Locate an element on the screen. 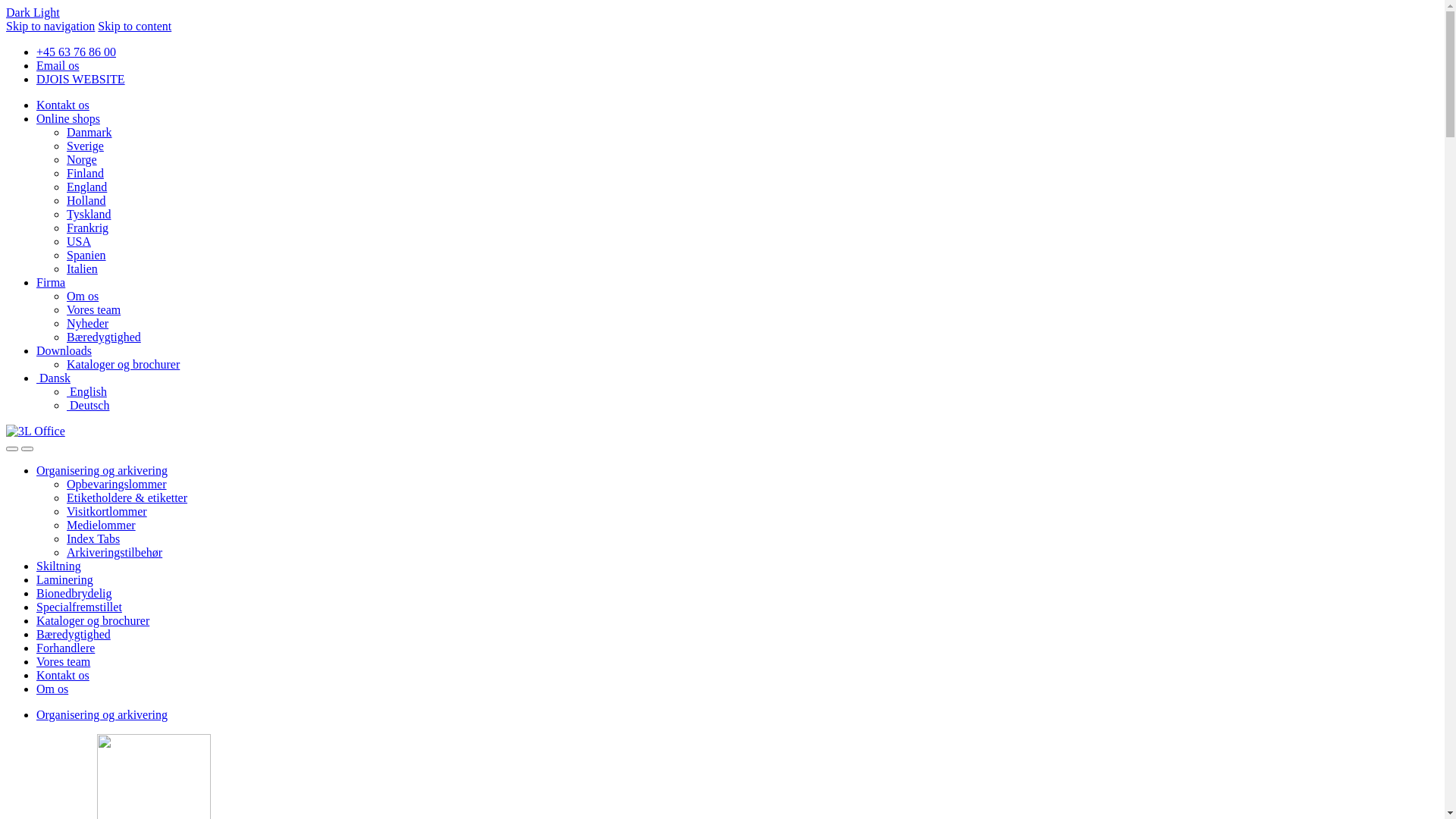 This screenshot has width=1456, height=819. 'Sverige' is located at coordinates (84, 146).